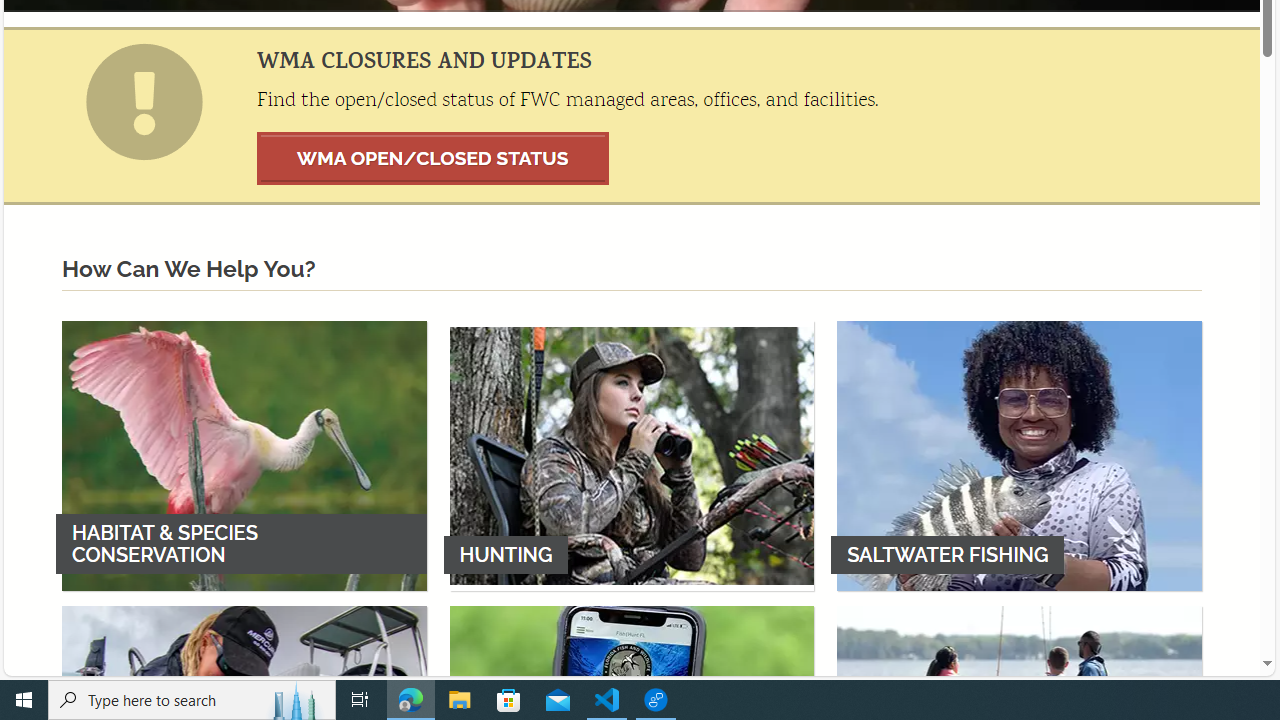 This screenshot has width=1280, height=720. What do you see at coordinates (631, 455) in the screenshot?
I see `'HUNTING'` at bounding box center [631, 455].